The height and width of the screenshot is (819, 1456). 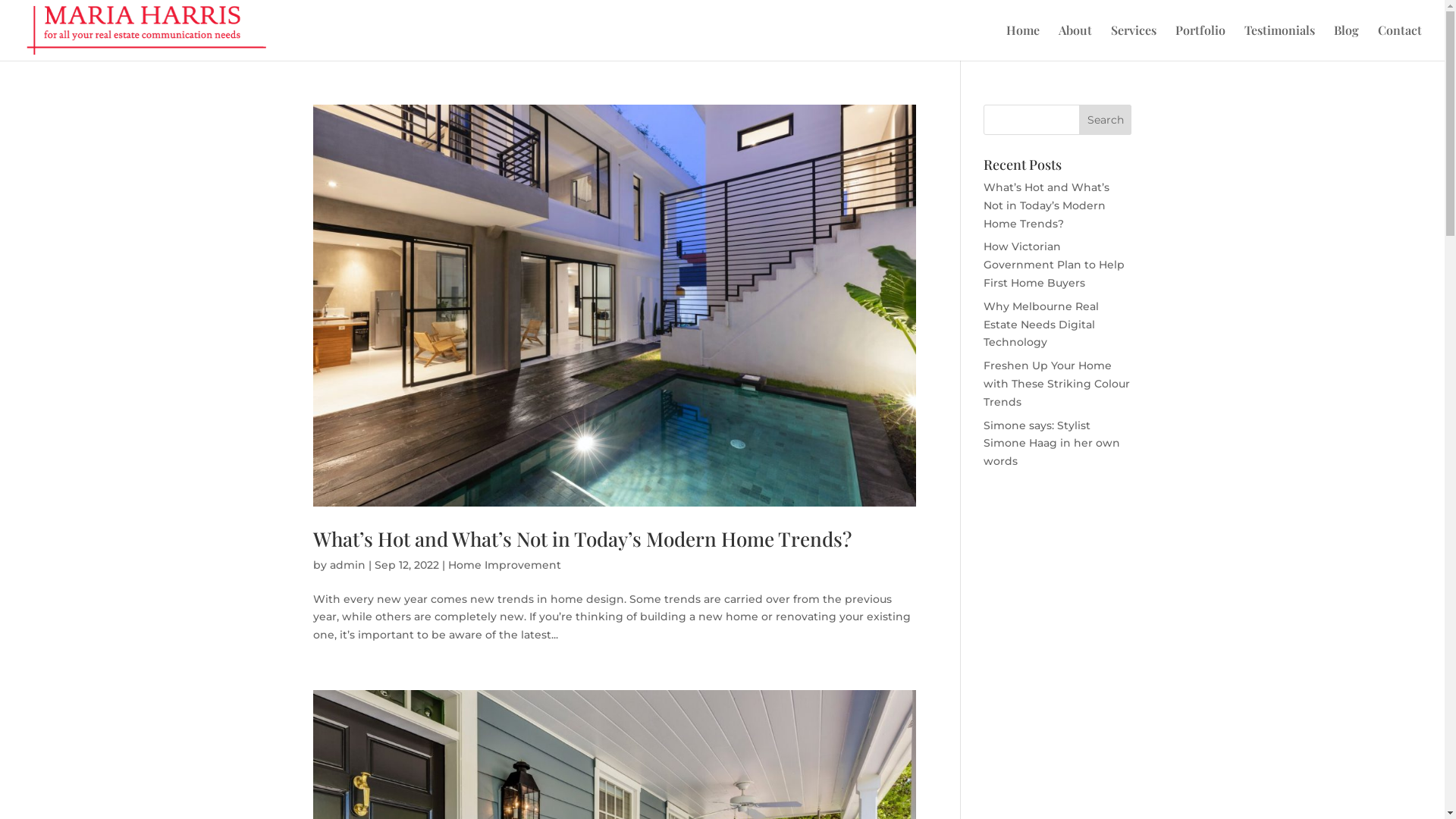 What do you see at coordinates (1022, 42) in the screenshot?
I see `'Home'` at bounding box center [1022, 42].